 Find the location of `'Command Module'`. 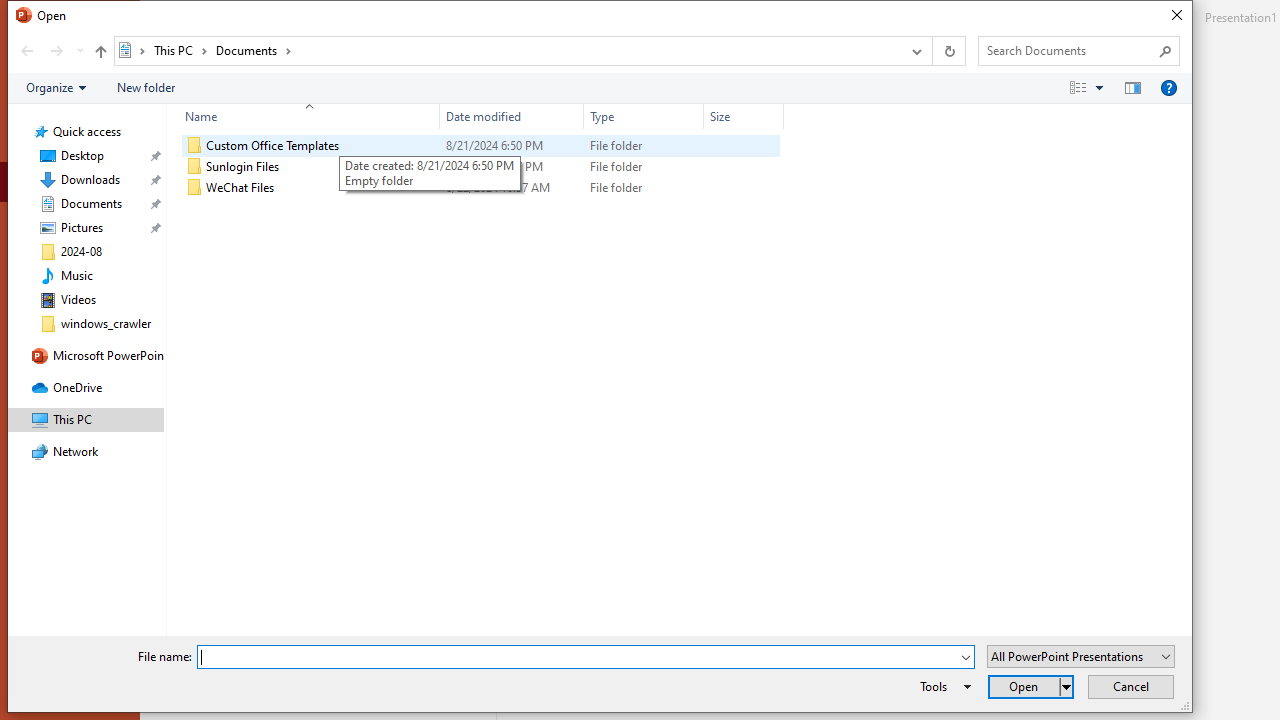

'Command Module' is located at coordinates (598, 87).